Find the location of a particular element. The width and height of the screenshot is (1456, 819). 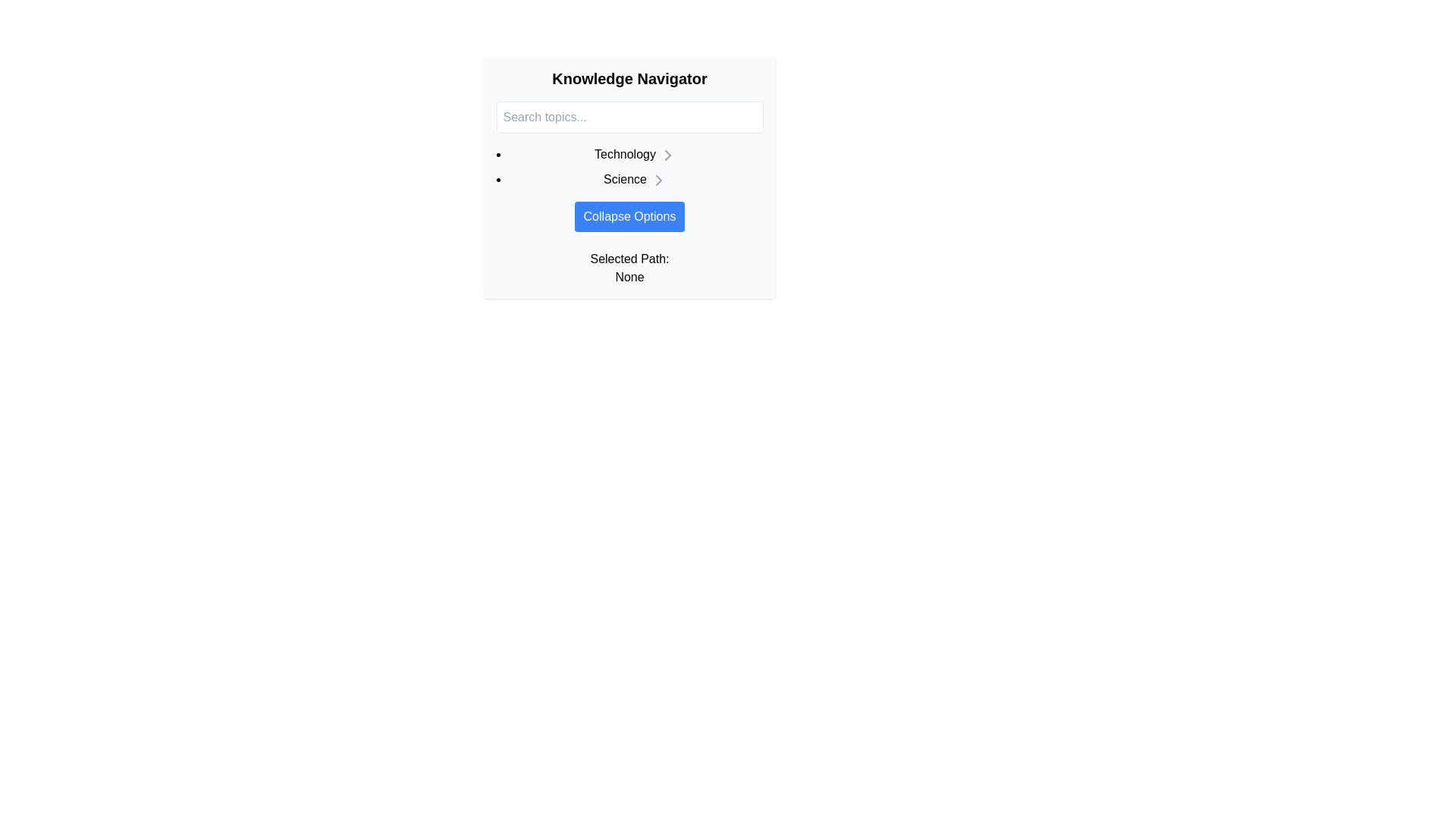

the small gray arrow icon pointing to the right, which is positioned inline immediately after the text 'Science' in the sidebar menu is located at coordinates (658, 179).